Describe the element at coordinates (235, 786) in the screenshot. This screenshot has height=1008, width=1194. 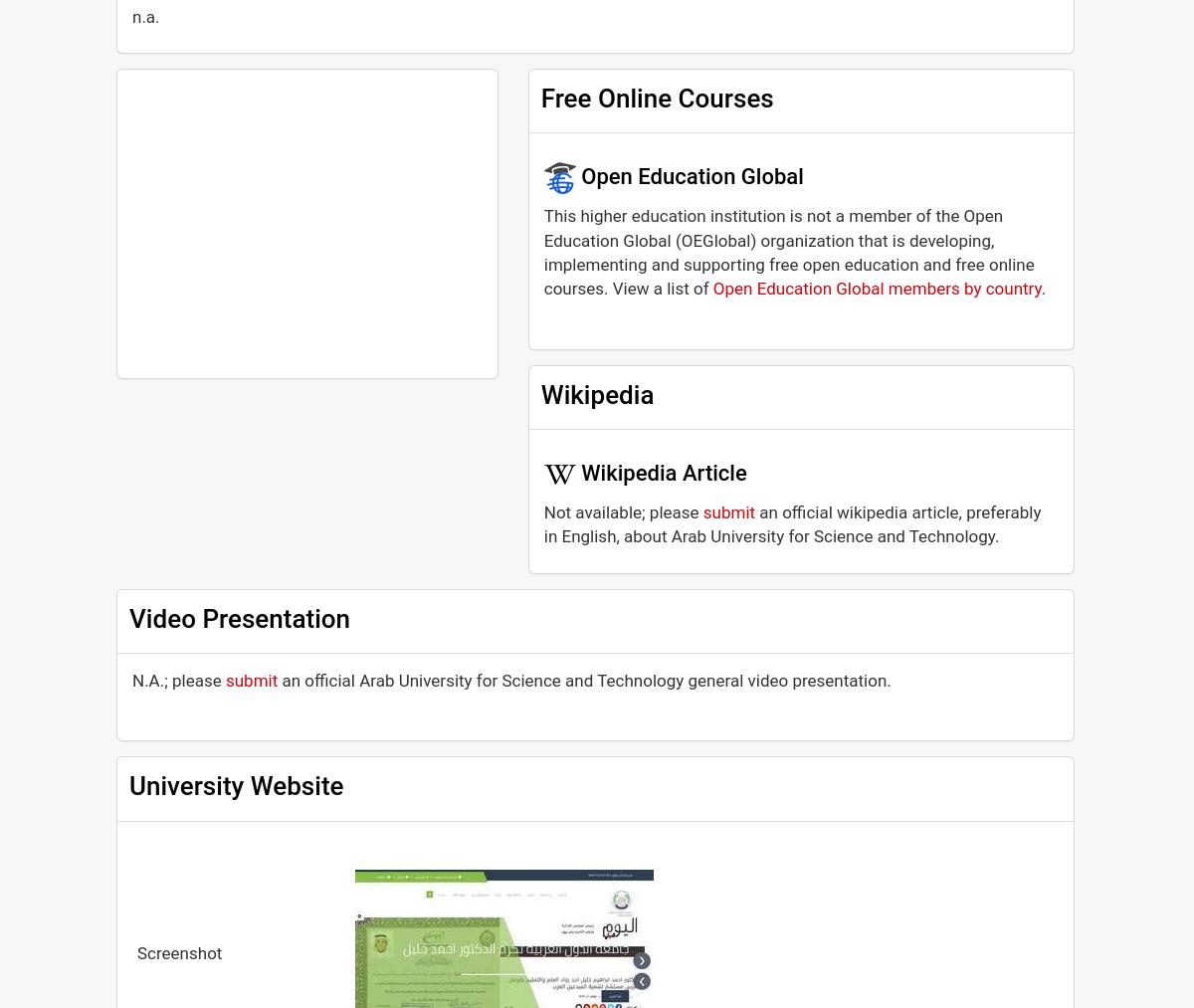
I see `'University Website'` at that location.